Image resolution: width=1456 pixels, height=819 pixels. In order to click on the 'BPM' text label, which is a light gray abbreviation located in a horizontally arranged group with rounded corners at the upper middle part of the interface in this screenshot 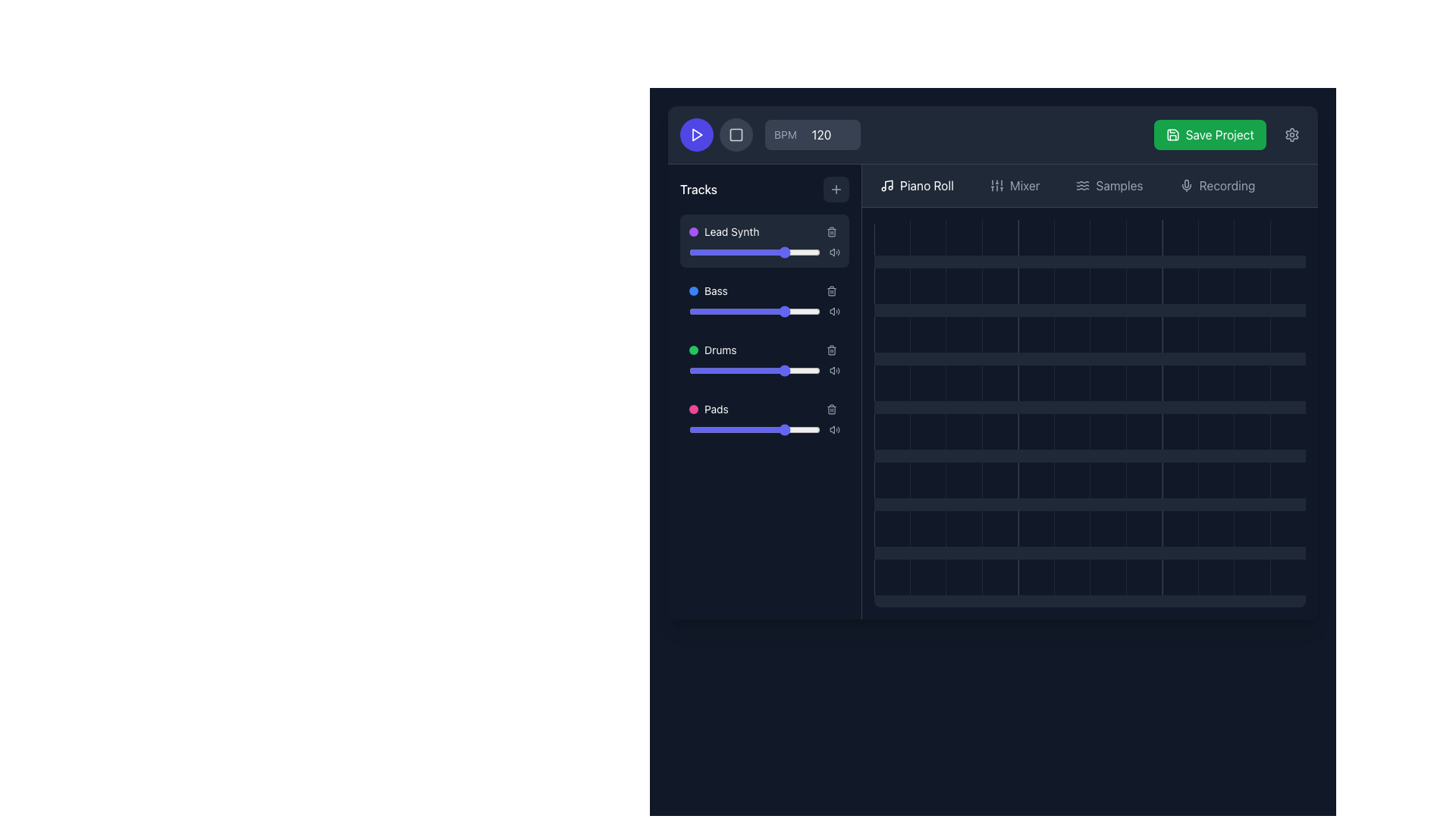, I will do `click(786, 133)`.